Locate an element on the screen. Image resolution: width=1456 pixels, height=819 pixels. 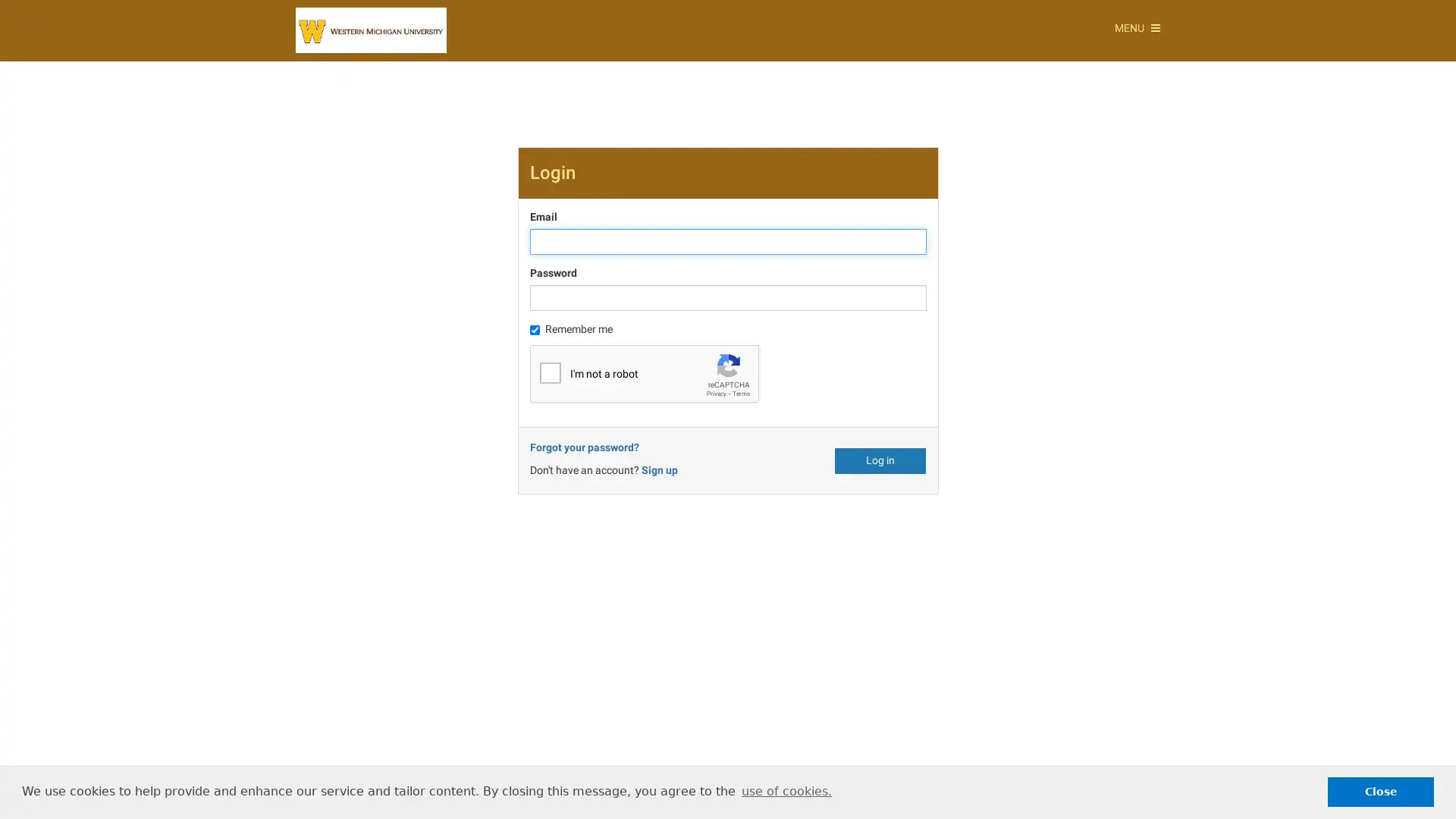
dismiss cookie message is located at coordinates (1380, 791).